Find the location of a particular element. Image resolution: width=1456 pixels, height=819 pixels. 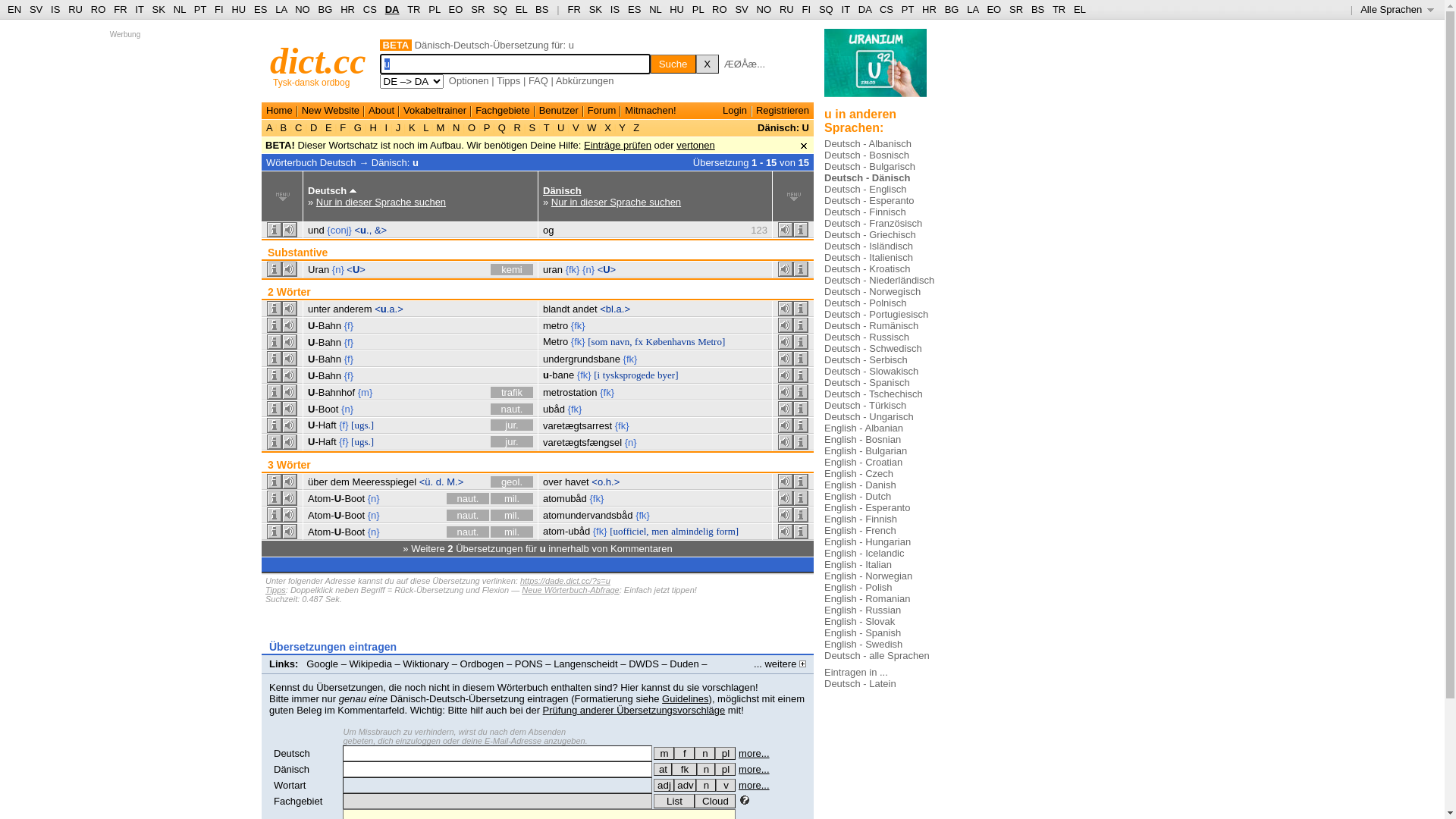

'Atom-U-Boot' is located at coordinates (335, 514).